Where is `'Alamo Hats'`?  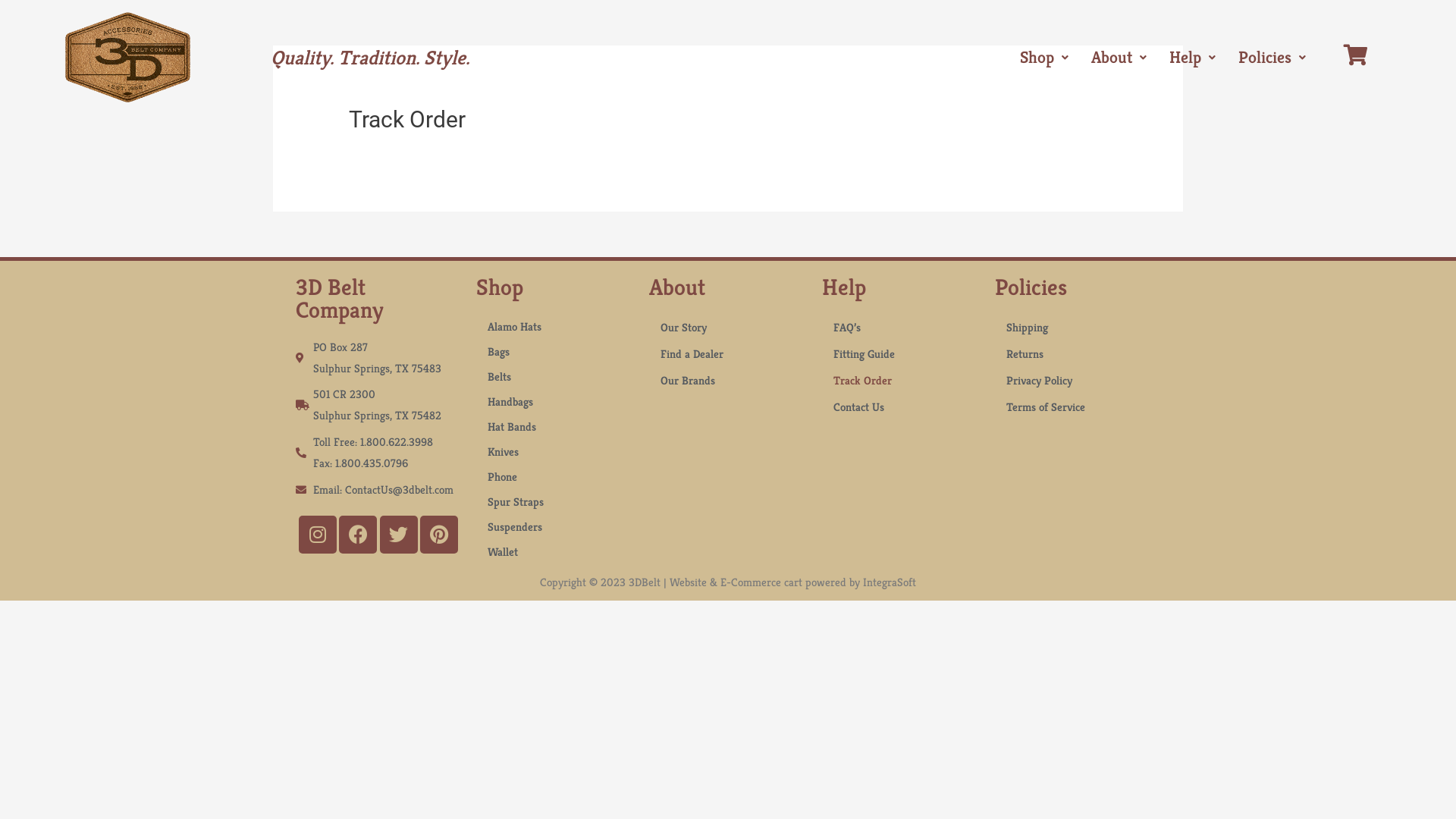
'Alamo Hats' is located at coordinates (554, 325).